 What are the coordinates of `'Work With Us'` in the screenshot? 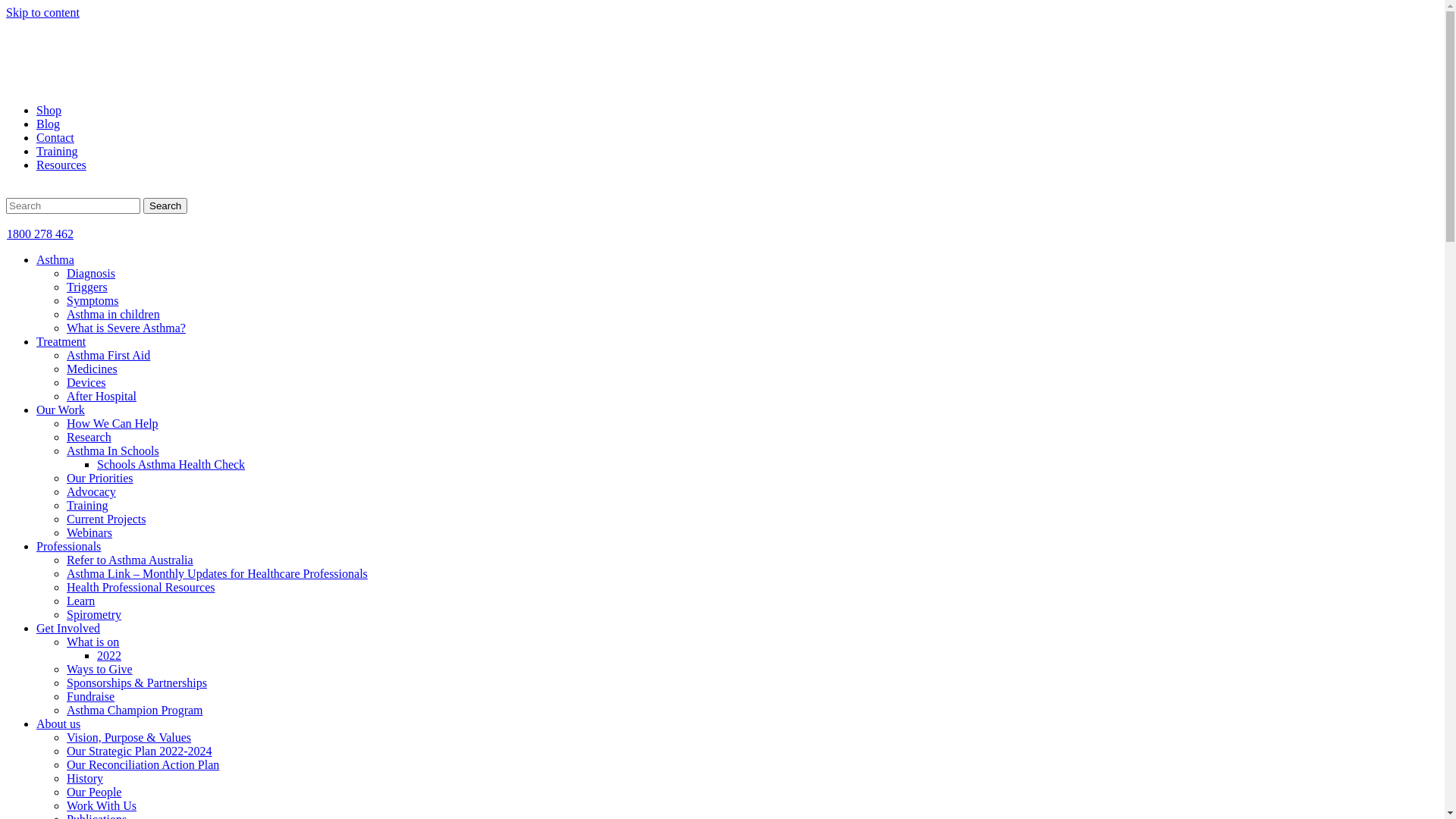 It's located at (101, 805).